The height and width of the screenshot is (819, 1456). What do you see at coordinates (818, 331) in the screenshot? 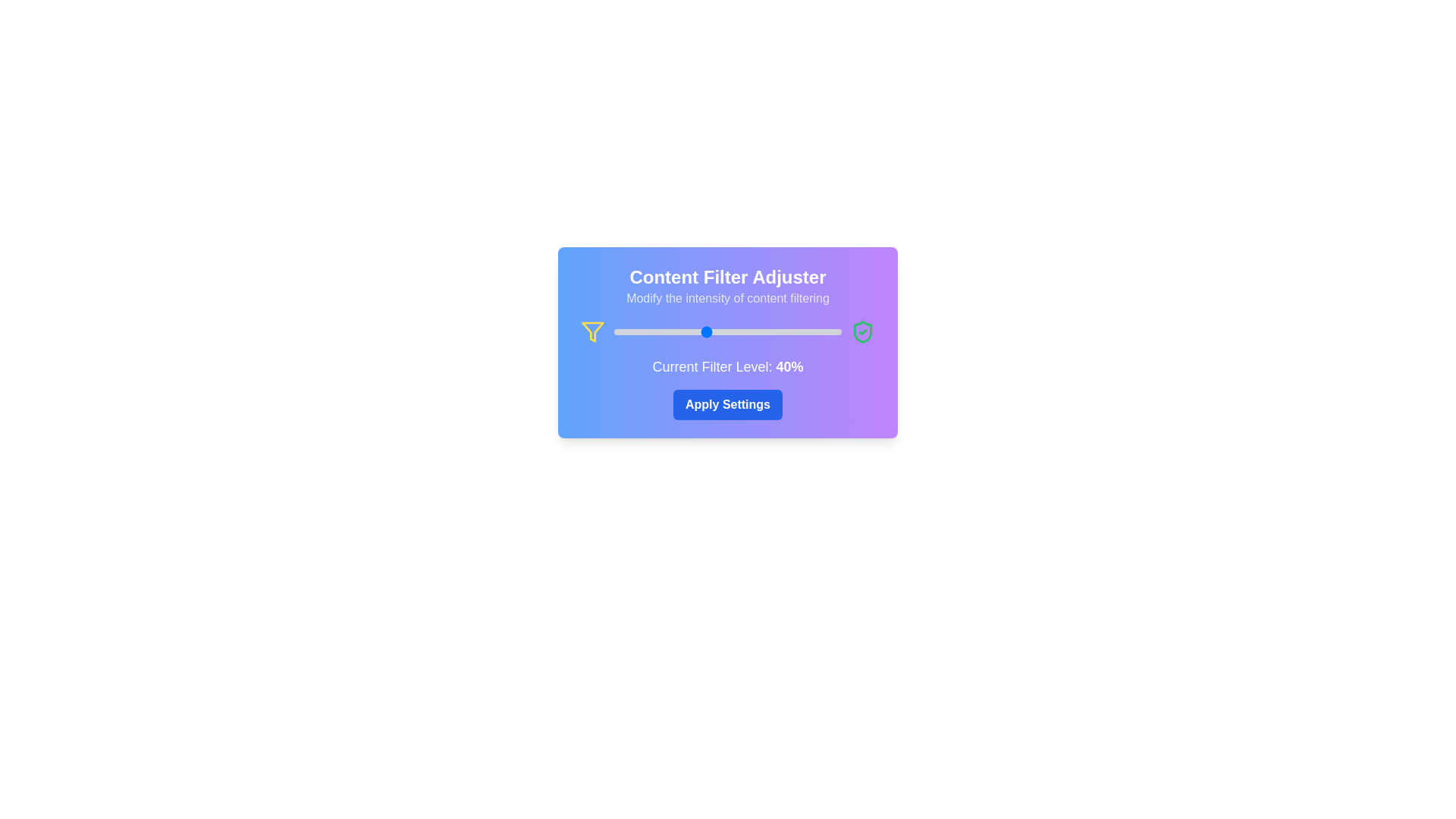
I see `the slider to set the filter level to 90%` at bounding box center [818, 331].